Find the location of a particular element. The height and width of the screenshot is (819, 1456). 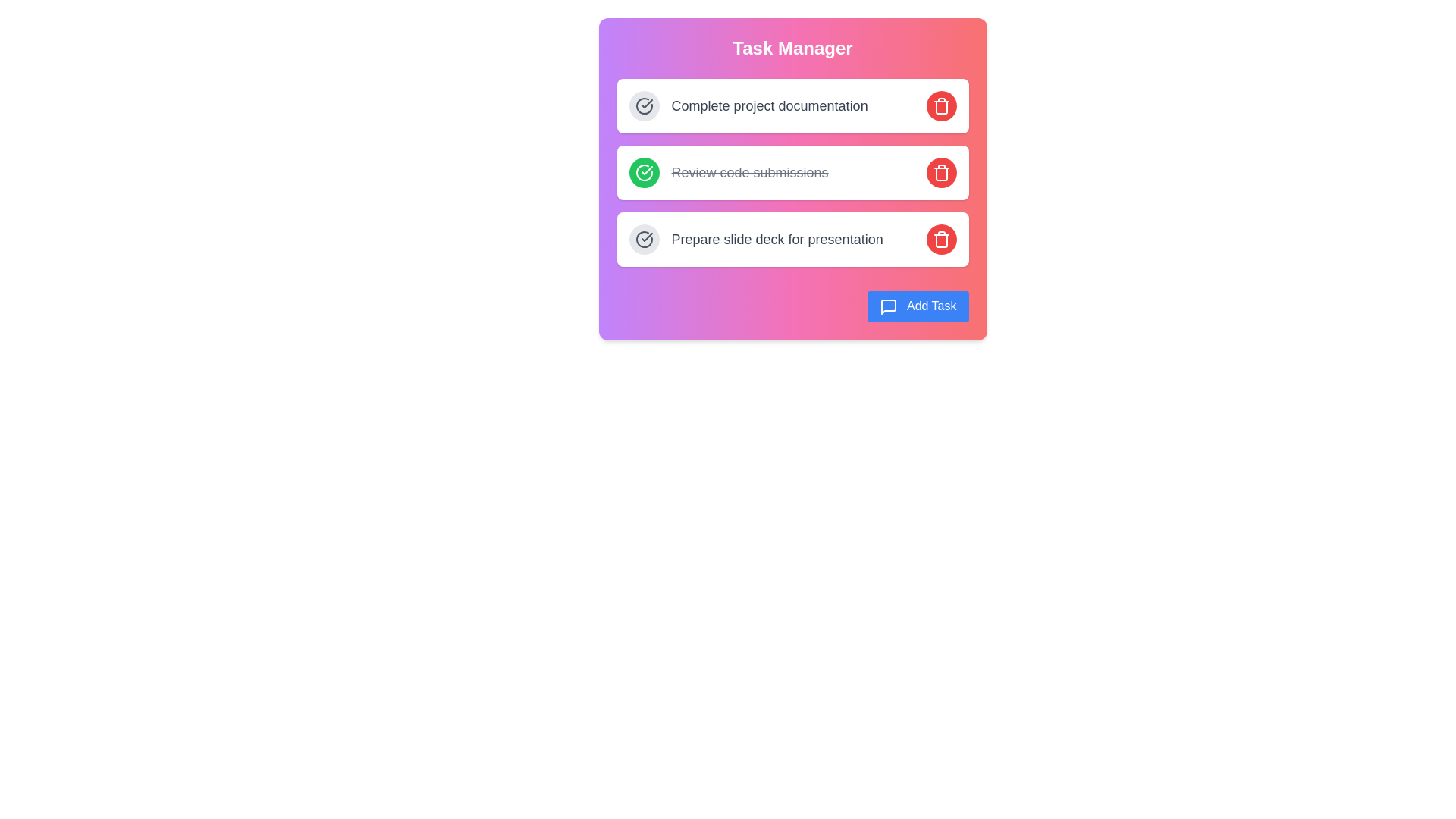

the speech bubble icon located in the lower-right corner of the task manager interface, adjacent is located at coordinates (889, 306).